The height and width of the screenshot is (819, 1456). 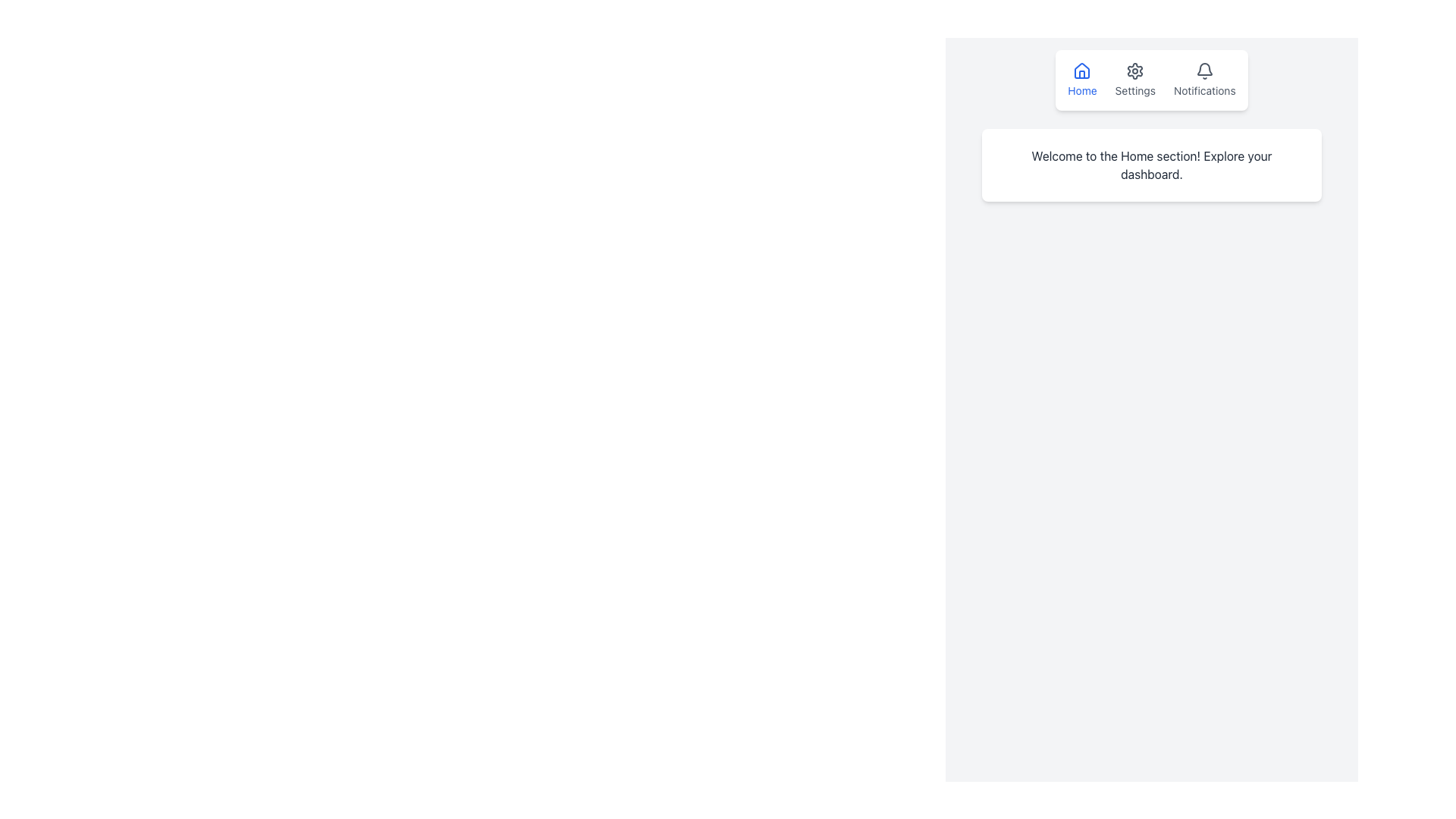 I want to click on the 'Home' text label, which is located at the top left corner of the interface and serves as a navigational button to the Home section, so click(x=1081, y=90).